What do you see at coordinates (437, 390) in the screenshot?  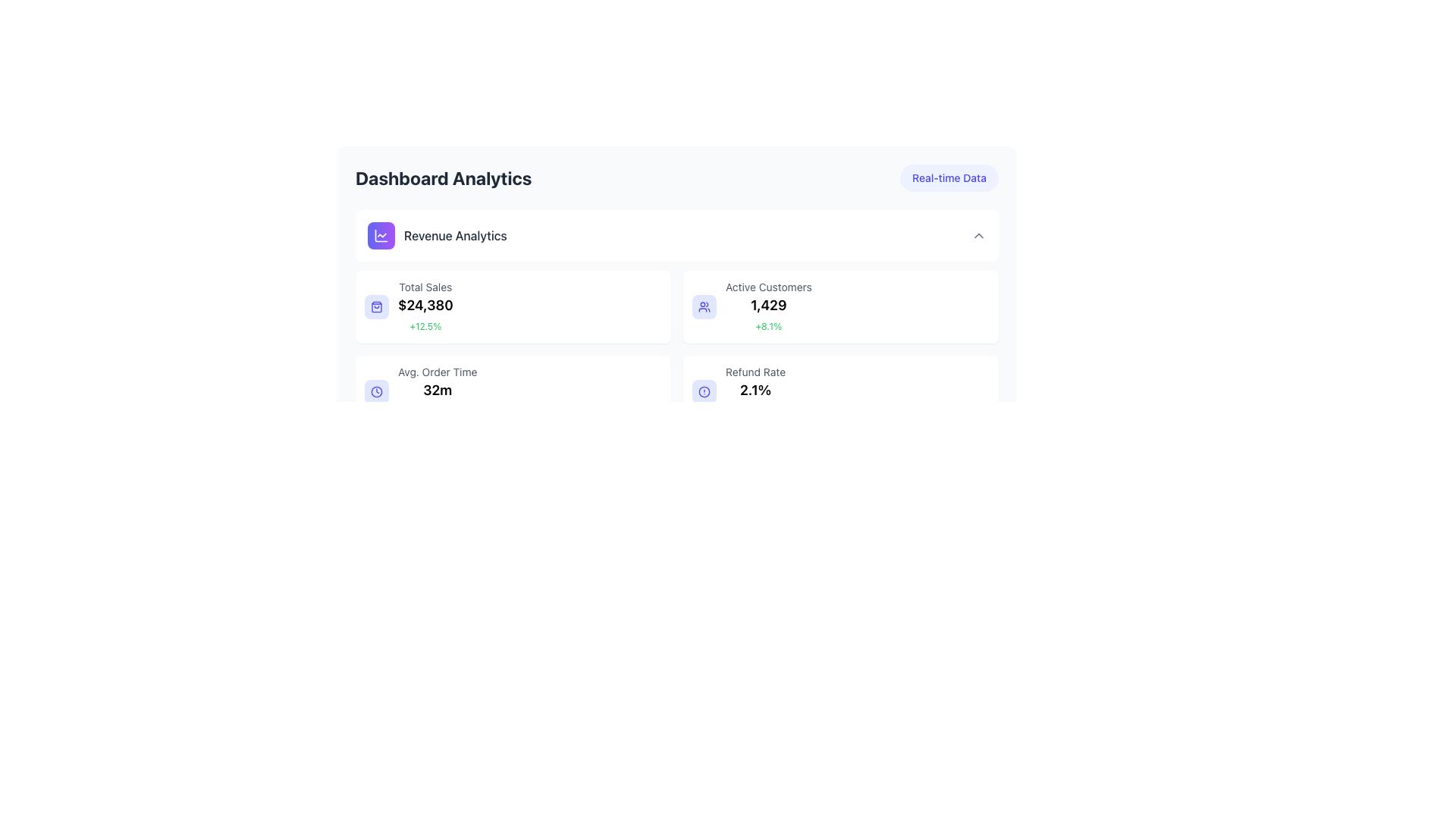 I see `the Text Display Element that shows '32m' in bold, located in the 'Avg. Order Time' subsection of the dashboard interface` at bounding box center [437, 390].